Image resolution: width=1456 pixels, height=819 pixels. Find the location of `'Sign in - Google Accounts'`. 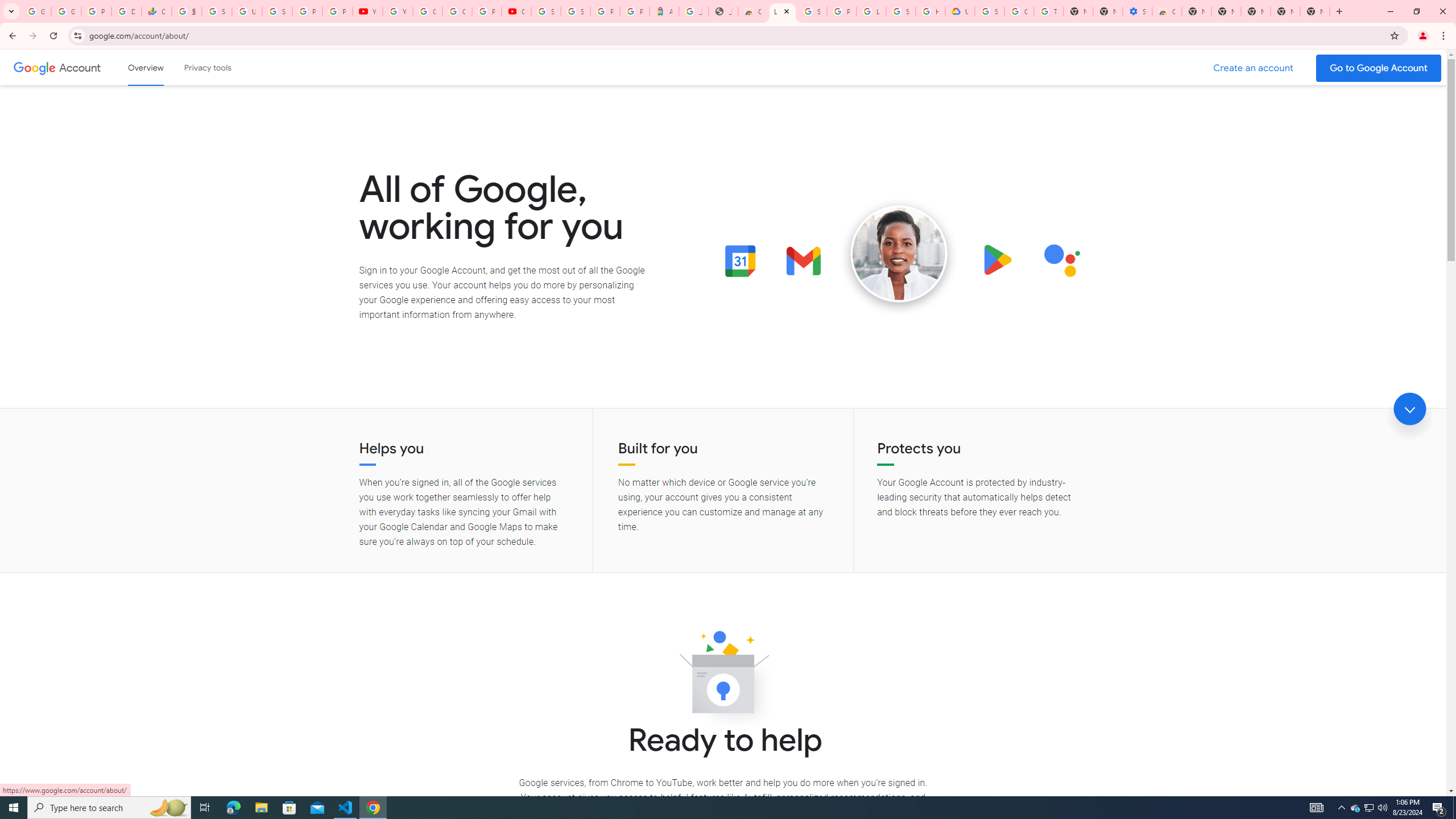

'Sign in - Google Accounts' is located at coordinates (545, 11).